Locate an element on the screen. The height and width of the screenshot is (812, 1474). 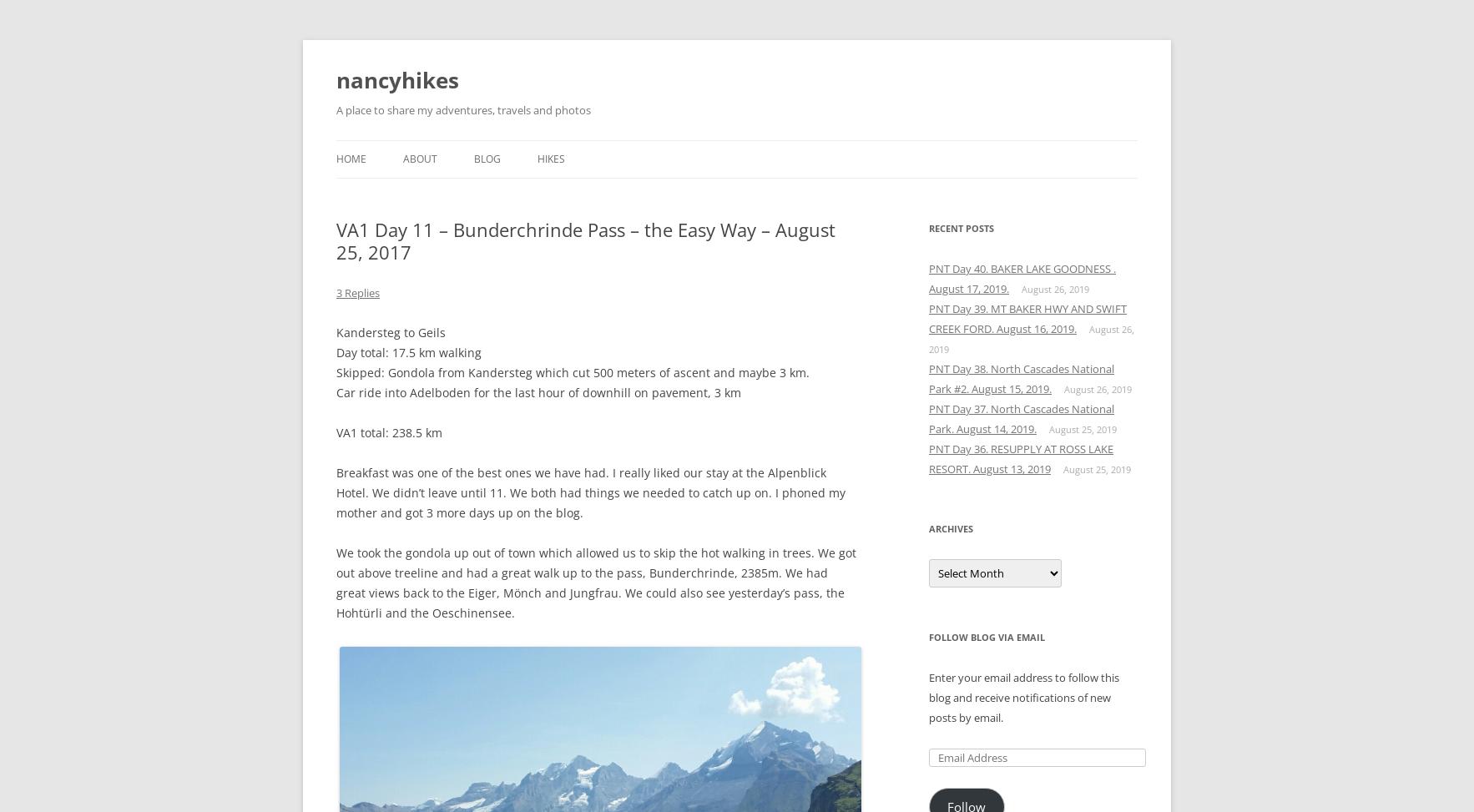
'VA1 total: 238.5 km' is located at coordinates (389, 431).